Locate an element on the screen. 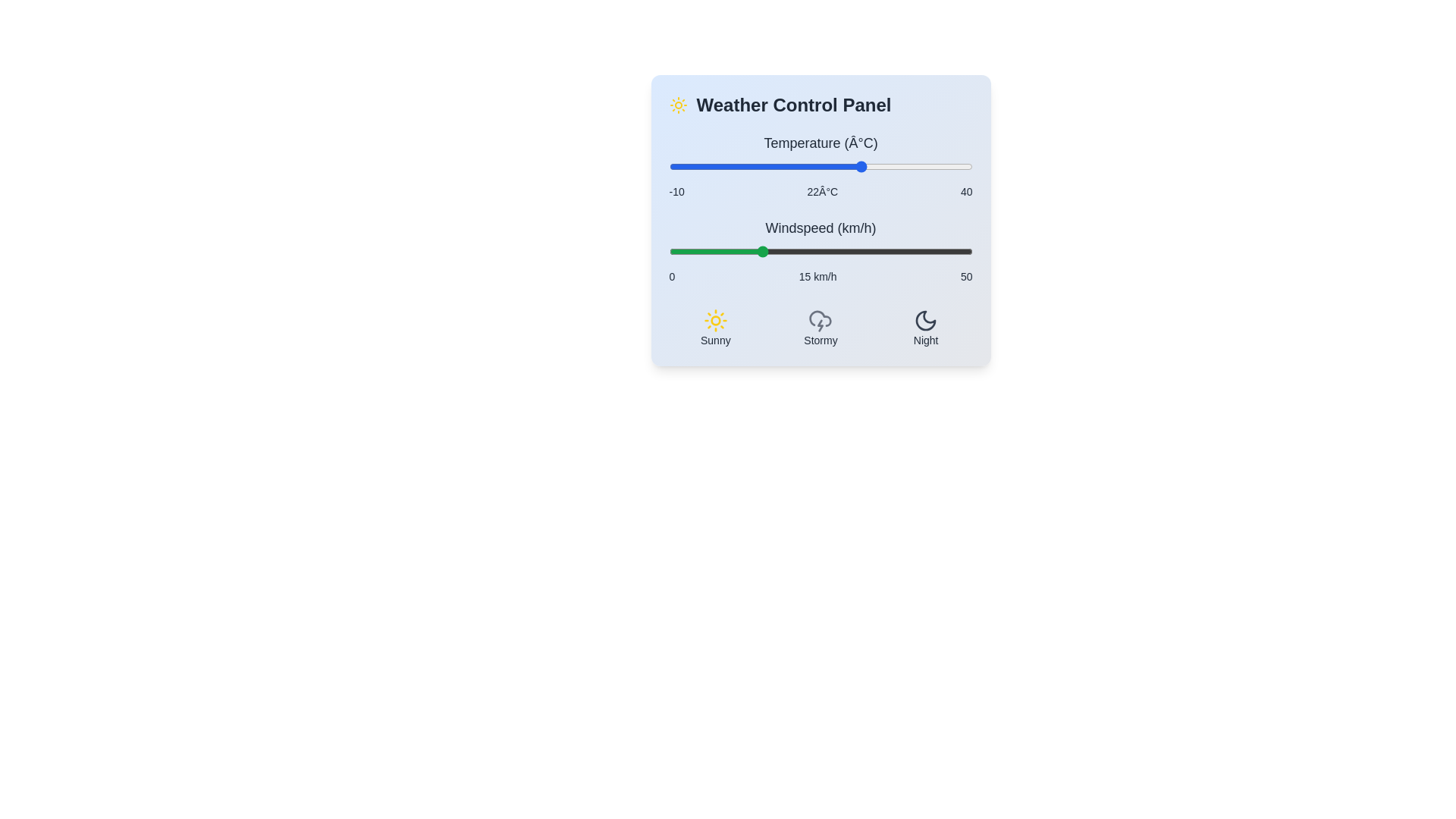 The image size is (1456, 819). the crescent moon icon with a dark gray outline labeled 'Night' to confirm selection is located at coordinates (924, 320).